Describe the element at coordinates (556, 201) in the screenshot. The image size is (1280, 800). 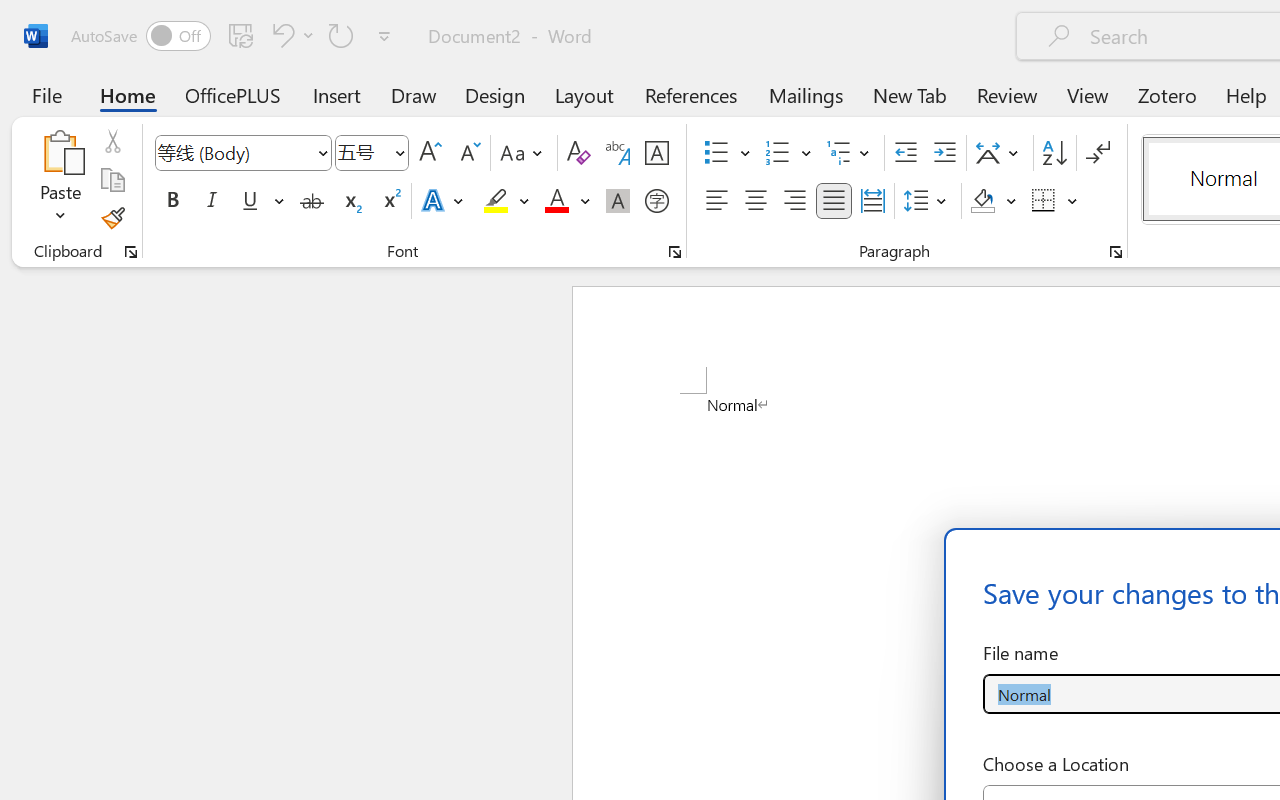
I see `'Font Color Red'` at that location.